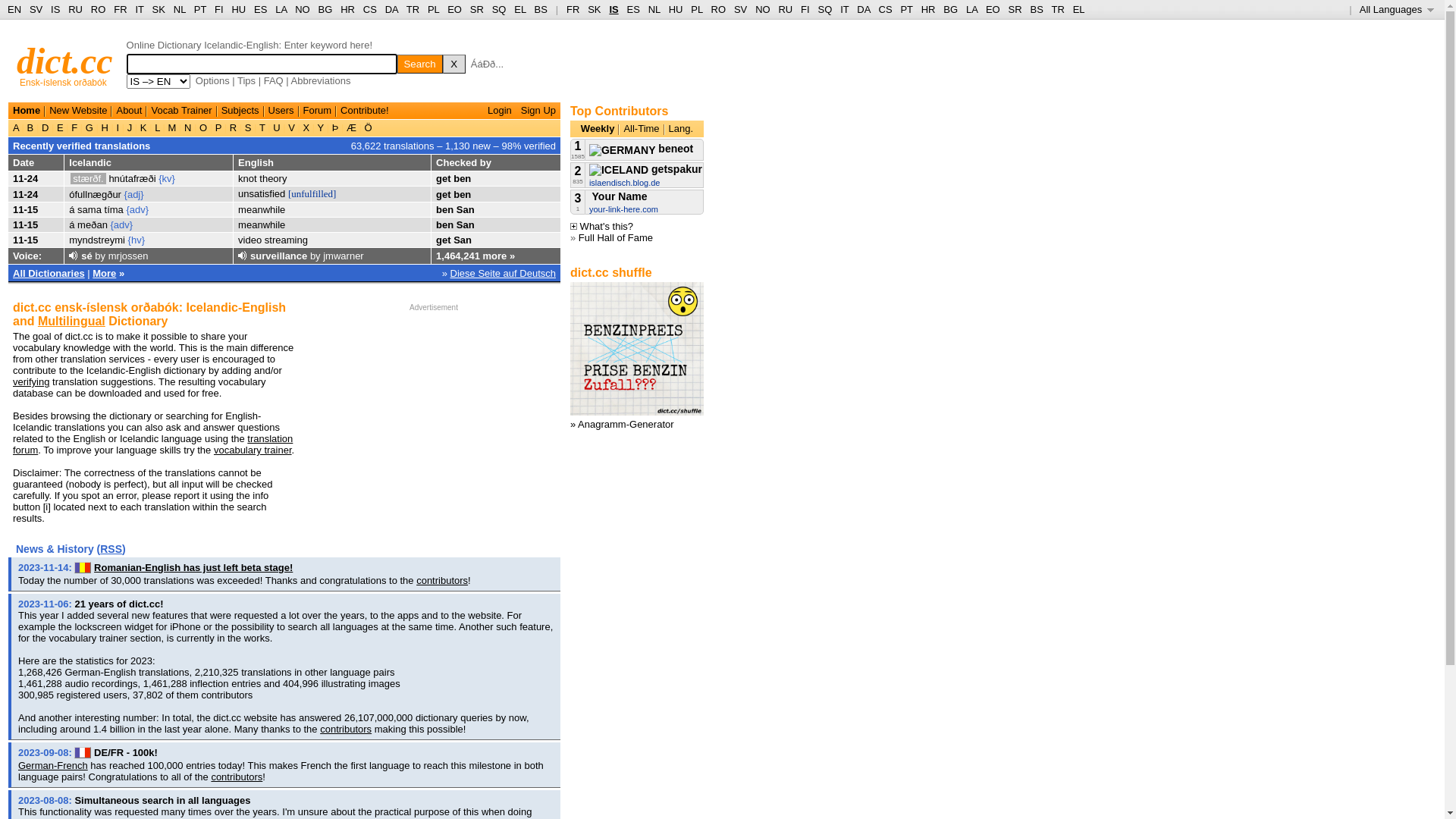 The width and height of the screenshot is (1456, 819). Describe the element at coordinates (212, 80) in the screenshot. I see `'Options'` at that location.